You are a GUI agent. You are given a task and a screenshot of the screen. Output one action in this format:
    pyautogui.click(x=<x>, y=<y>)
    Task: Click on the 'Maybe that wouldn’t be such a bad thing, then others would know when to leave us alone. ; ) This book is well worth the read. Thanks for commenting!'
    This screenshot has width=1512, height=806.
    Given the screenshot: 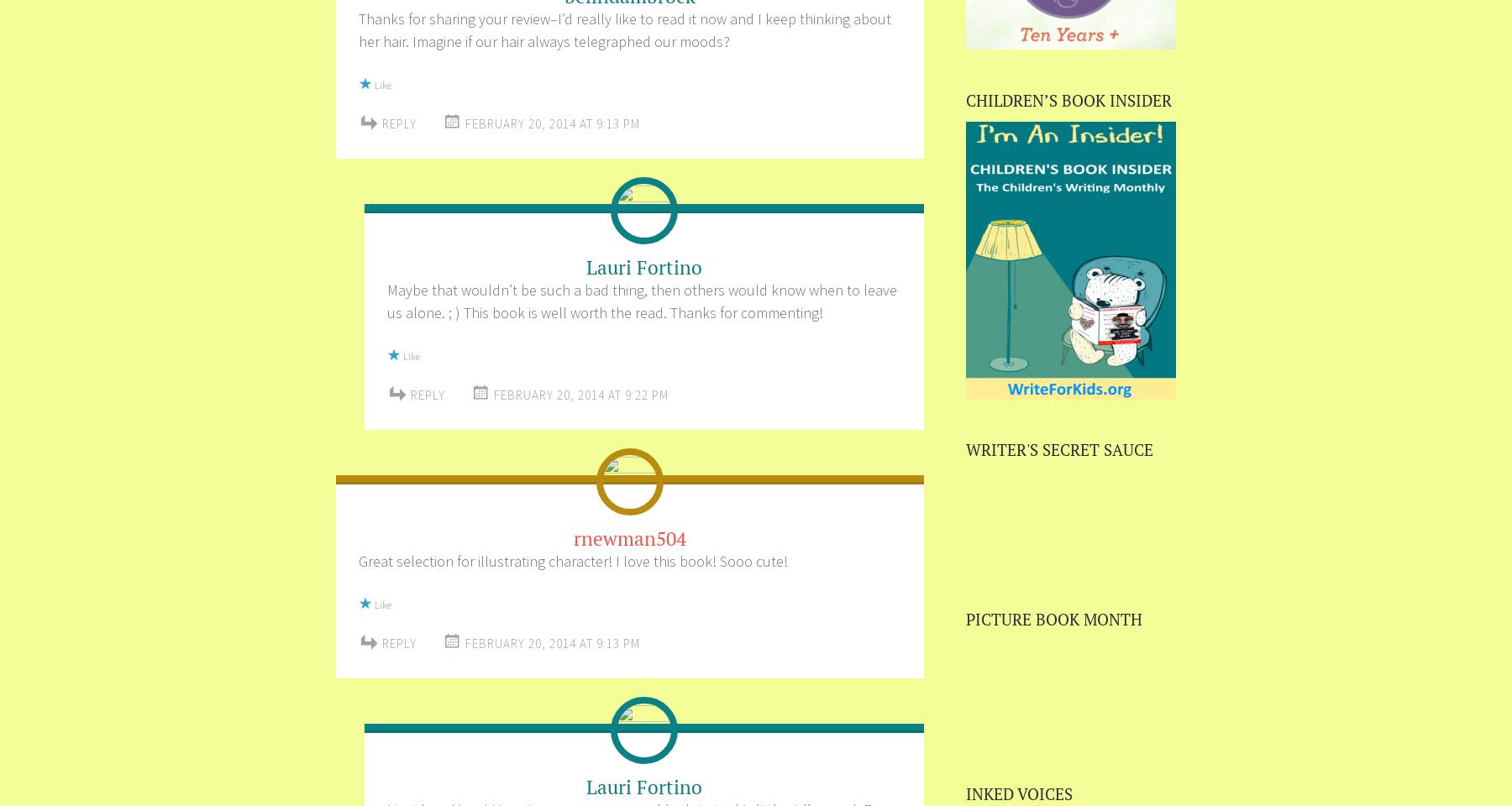 What is the action you would take?
    pyautogui.click(x=386, y=301)
    